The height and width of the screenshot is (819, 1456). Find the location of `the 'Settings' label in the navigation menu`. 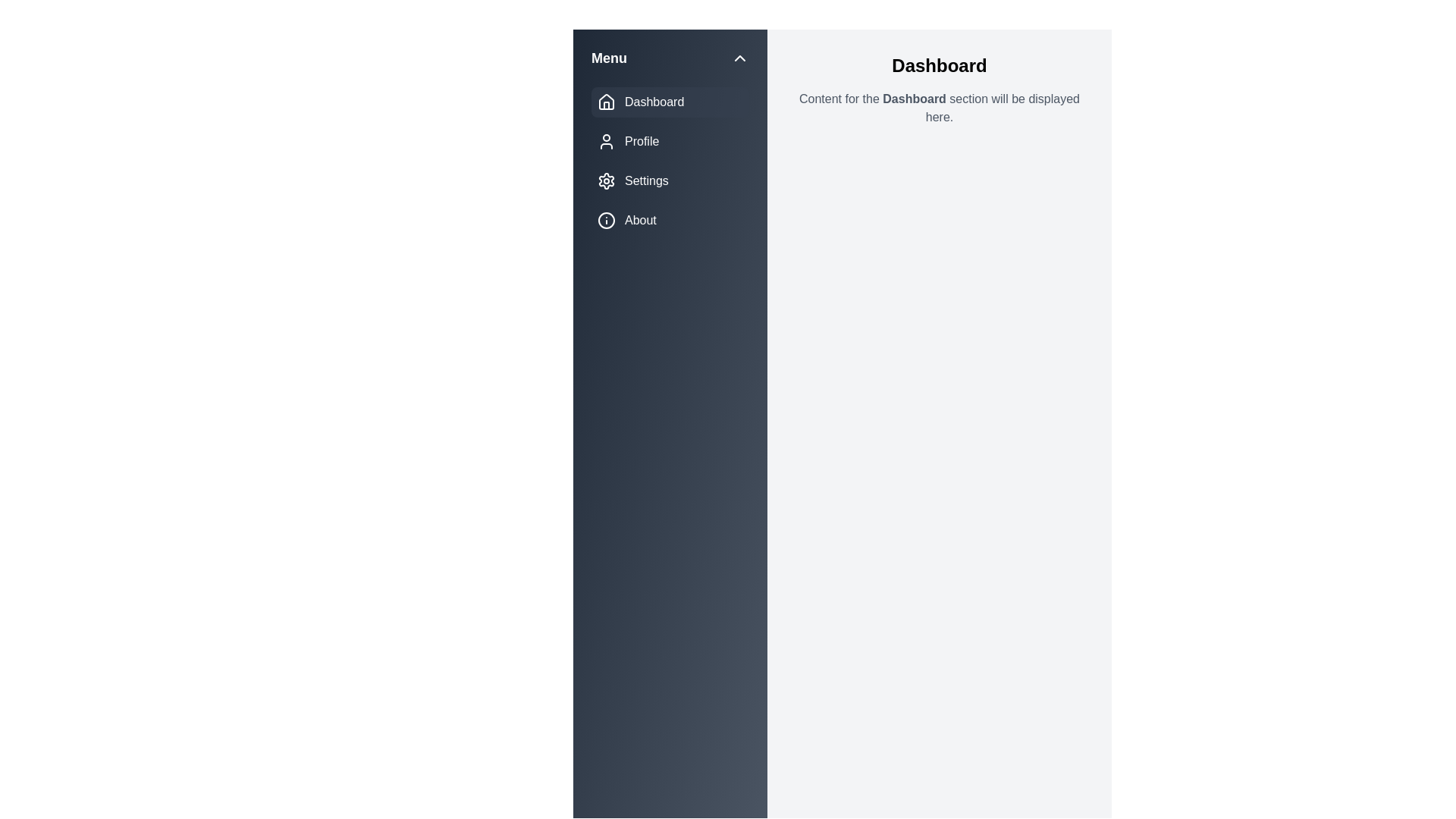

the 'Settings' label in the navigation menu is located at coordinates (646, 180).